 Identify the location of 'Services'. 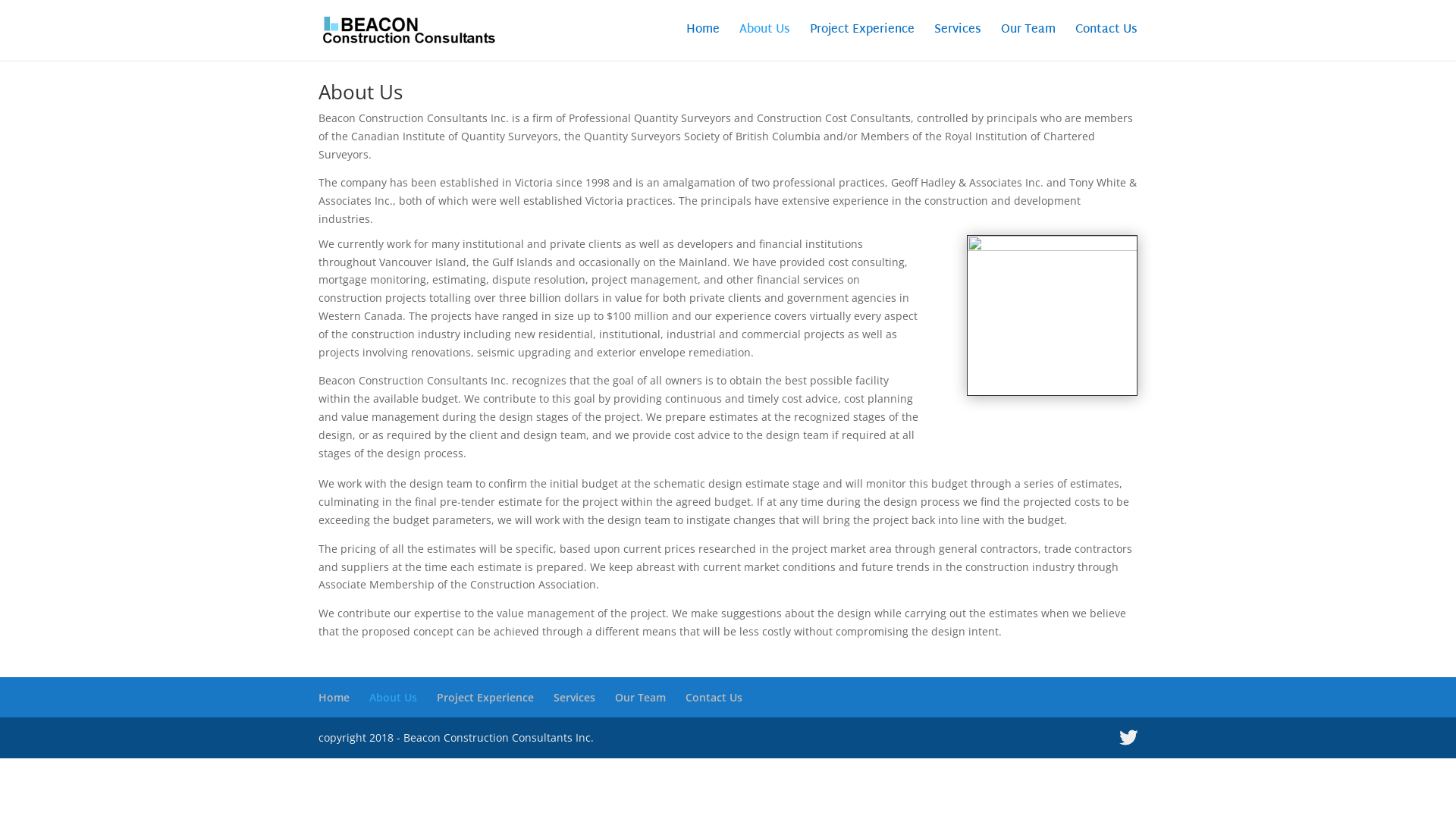
(573, 697).